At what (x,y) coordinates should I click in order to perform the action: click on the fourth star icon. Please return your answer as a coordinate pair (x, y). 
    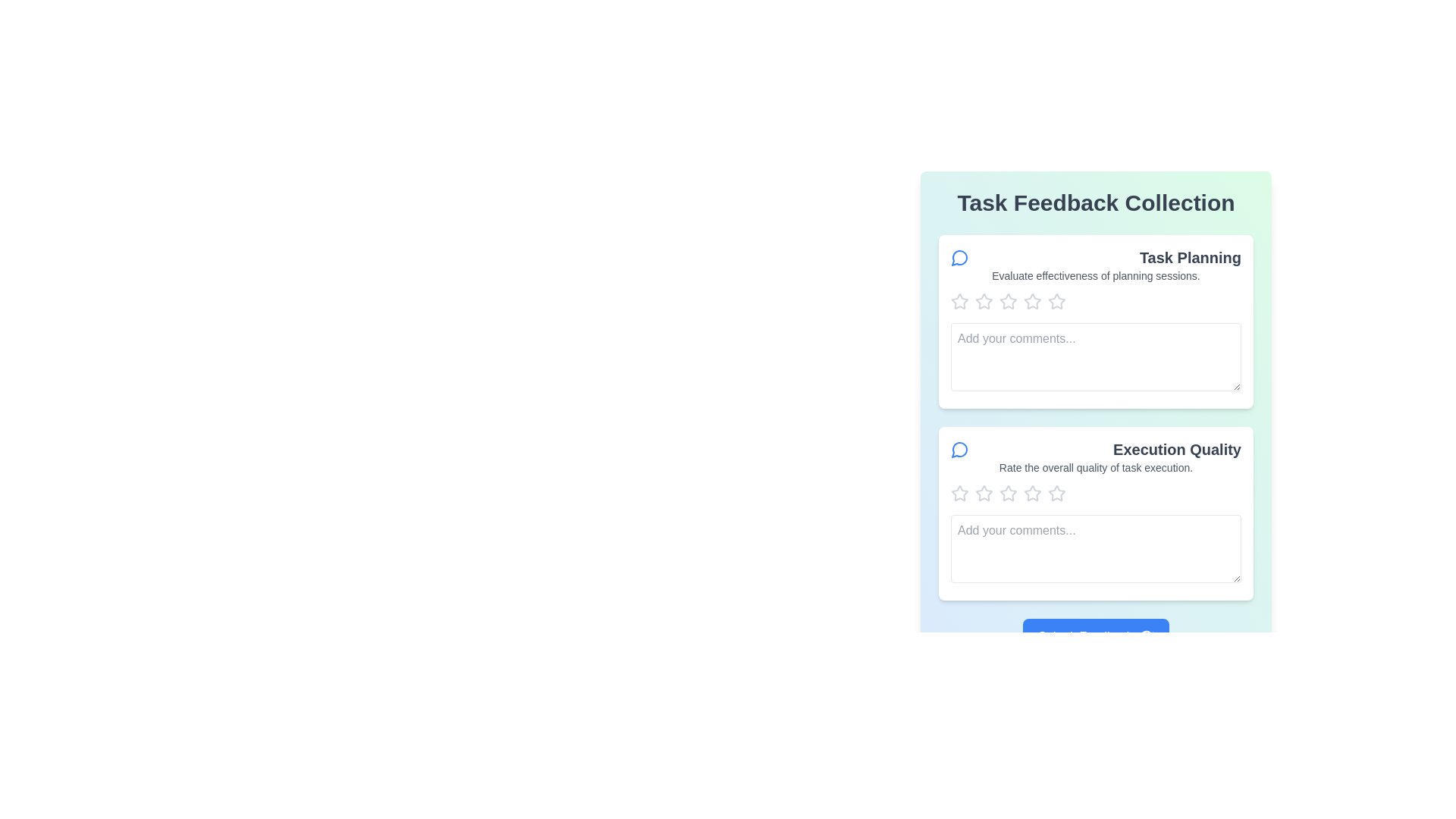
    Looking at the image, I should click on (1008, 494).